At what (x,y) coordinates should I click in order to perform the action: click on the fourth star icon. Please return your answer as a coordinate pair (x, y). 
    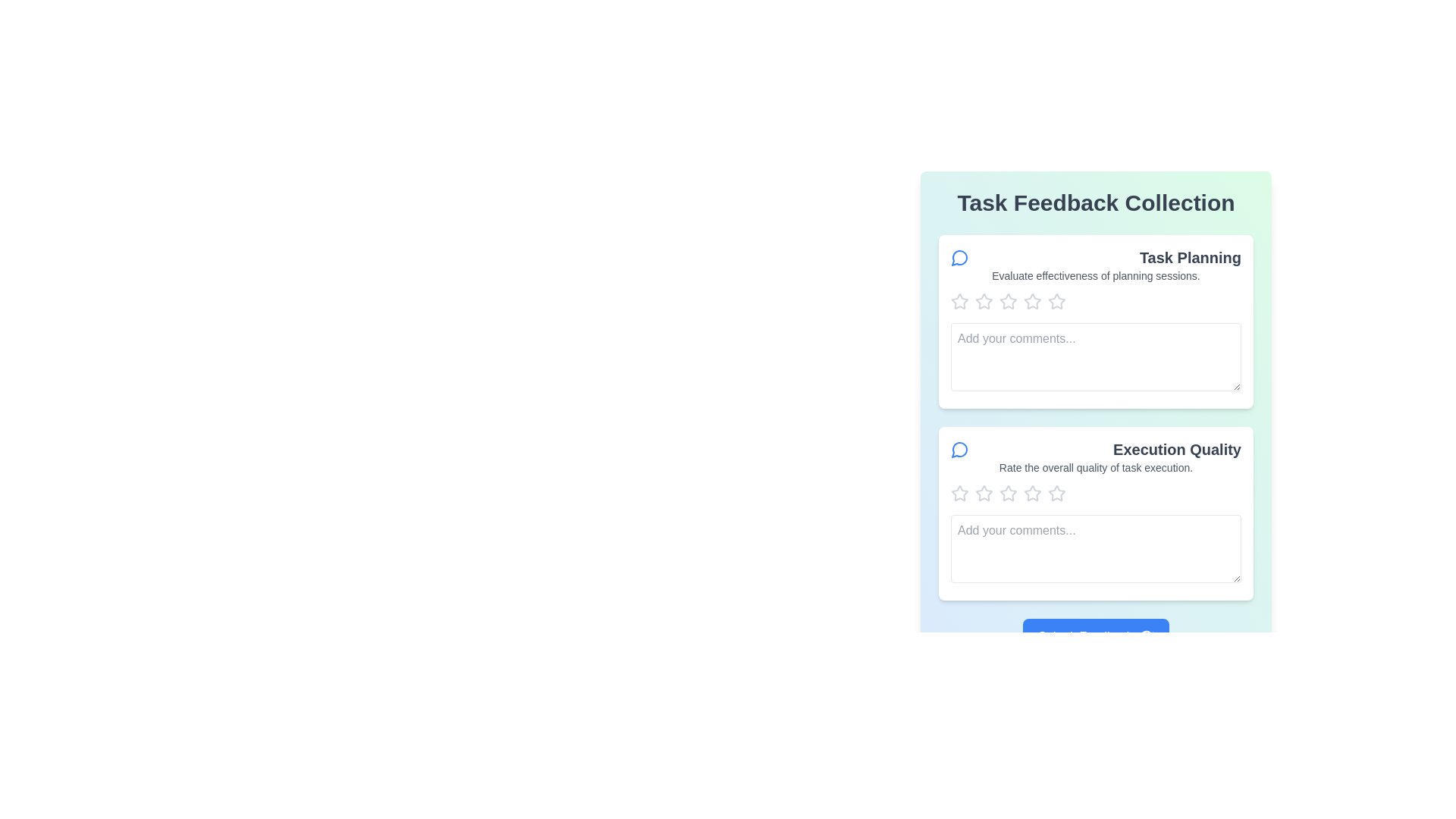
    Looking at the image, I should click on (1008, 494).